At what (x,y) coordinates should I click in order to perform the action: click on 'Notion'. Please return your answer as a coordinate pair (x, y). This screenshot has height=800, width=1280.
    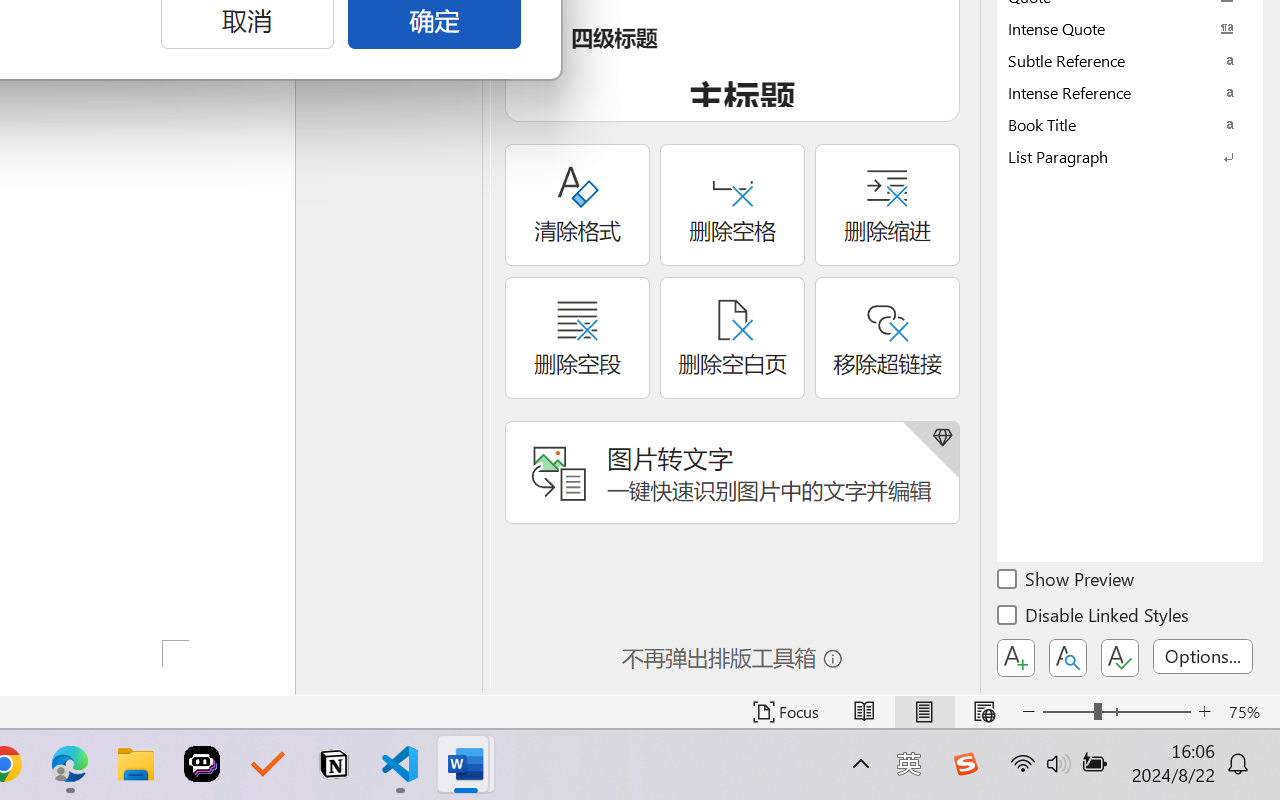
    Looking at the image, I should click on (334, 764).